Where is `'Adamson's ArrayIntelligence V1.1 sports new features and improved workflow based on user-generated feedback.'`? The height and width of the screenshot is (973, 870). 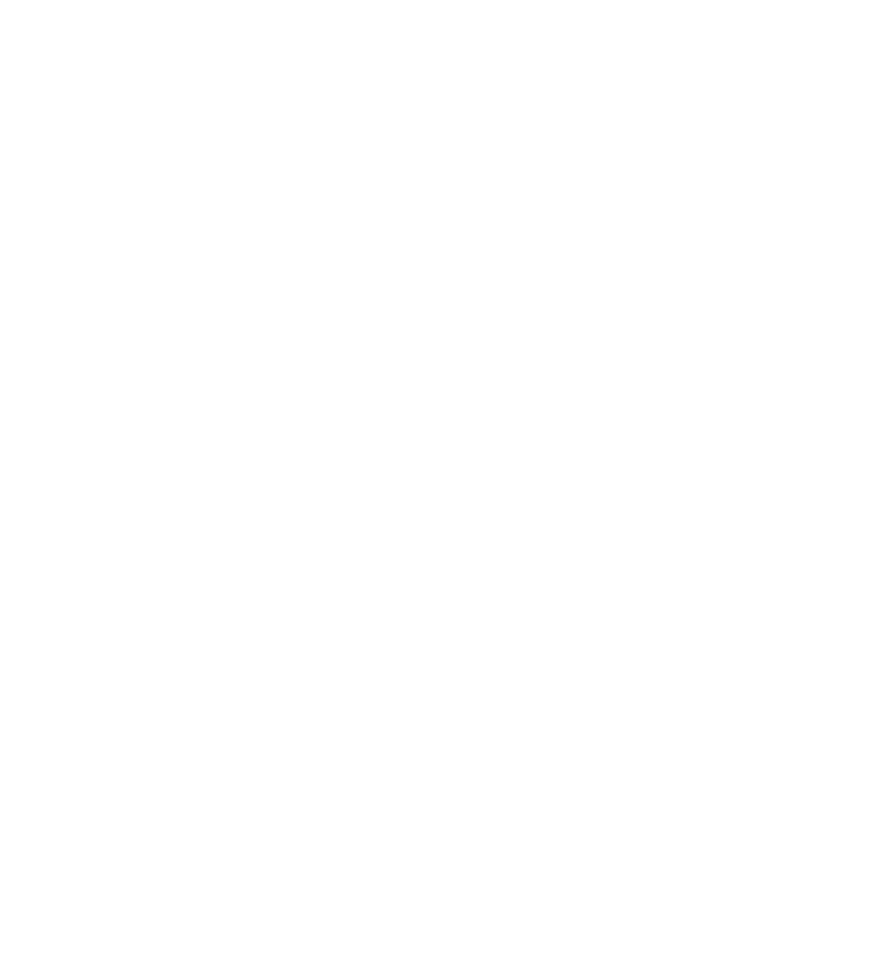 'Adamson's ArrayIntelligence V1.1 sports new features and improved workflow based on user-generated feedback.' is located at coordinates (371, 402).